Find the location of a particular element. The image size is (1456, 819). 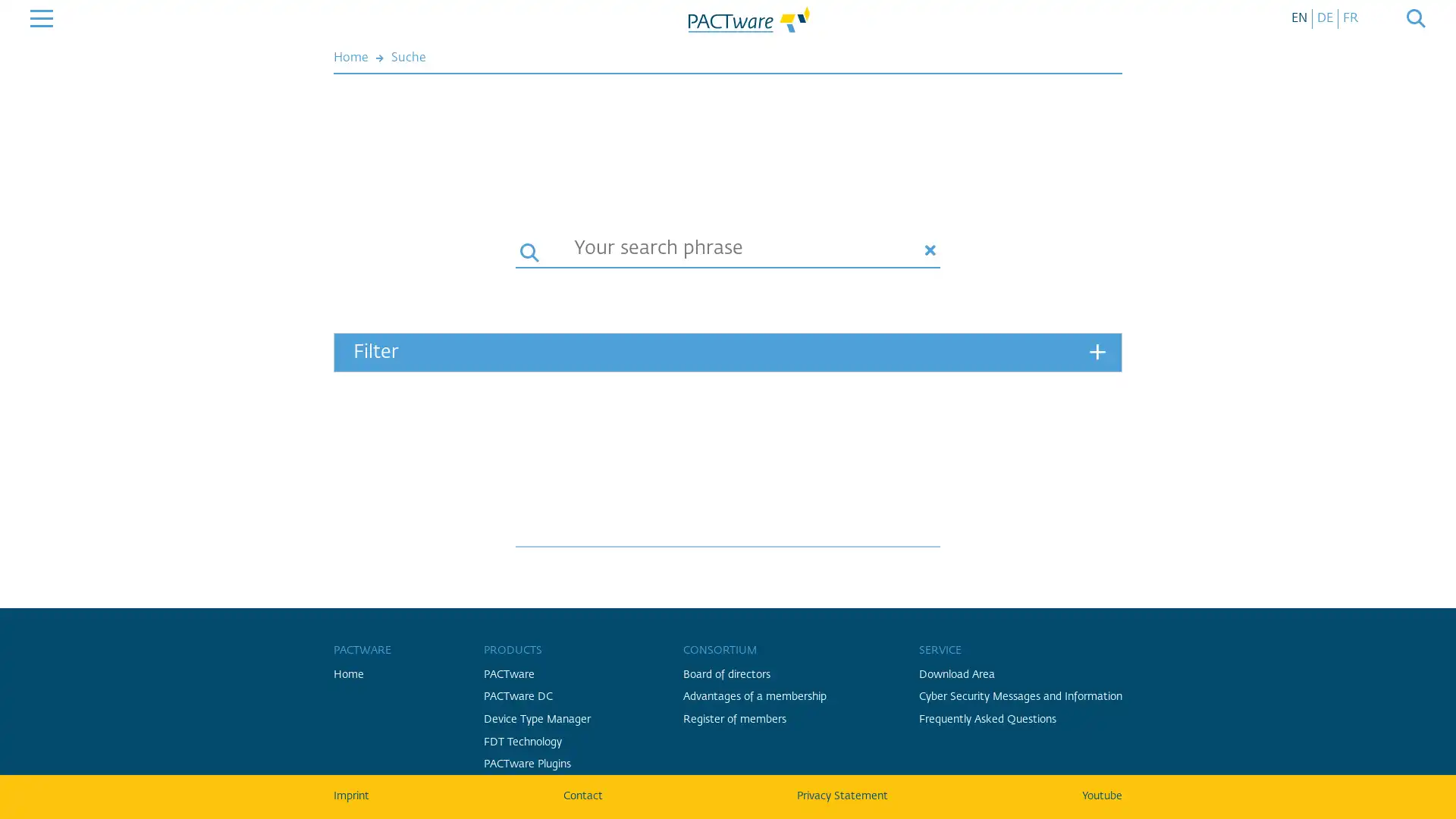

Filter + is located at coordinates (728, 351).